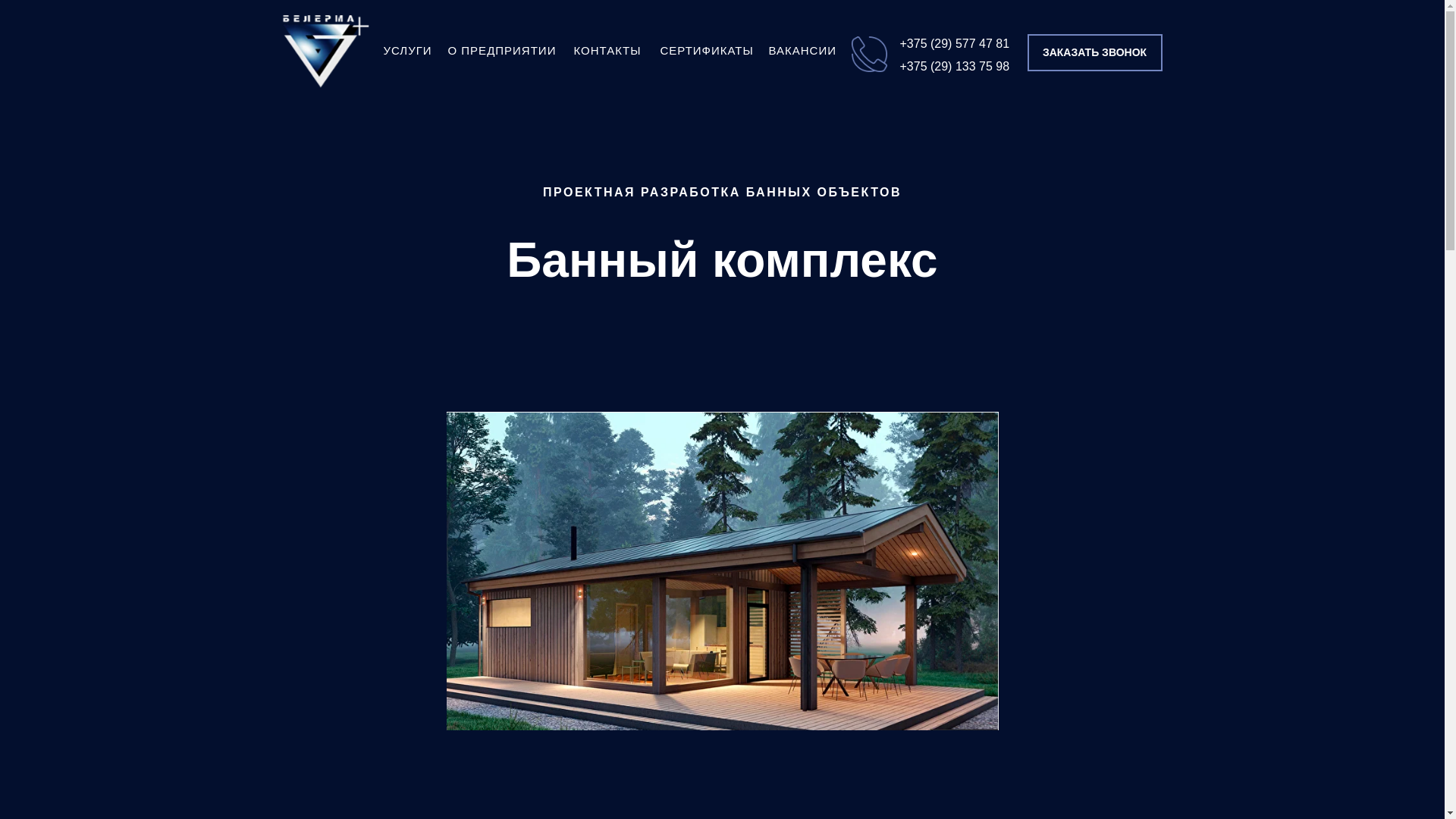 The image size is (1456, 819). I want to click on '+375 (29) 133 75 98', so click(899, 65).